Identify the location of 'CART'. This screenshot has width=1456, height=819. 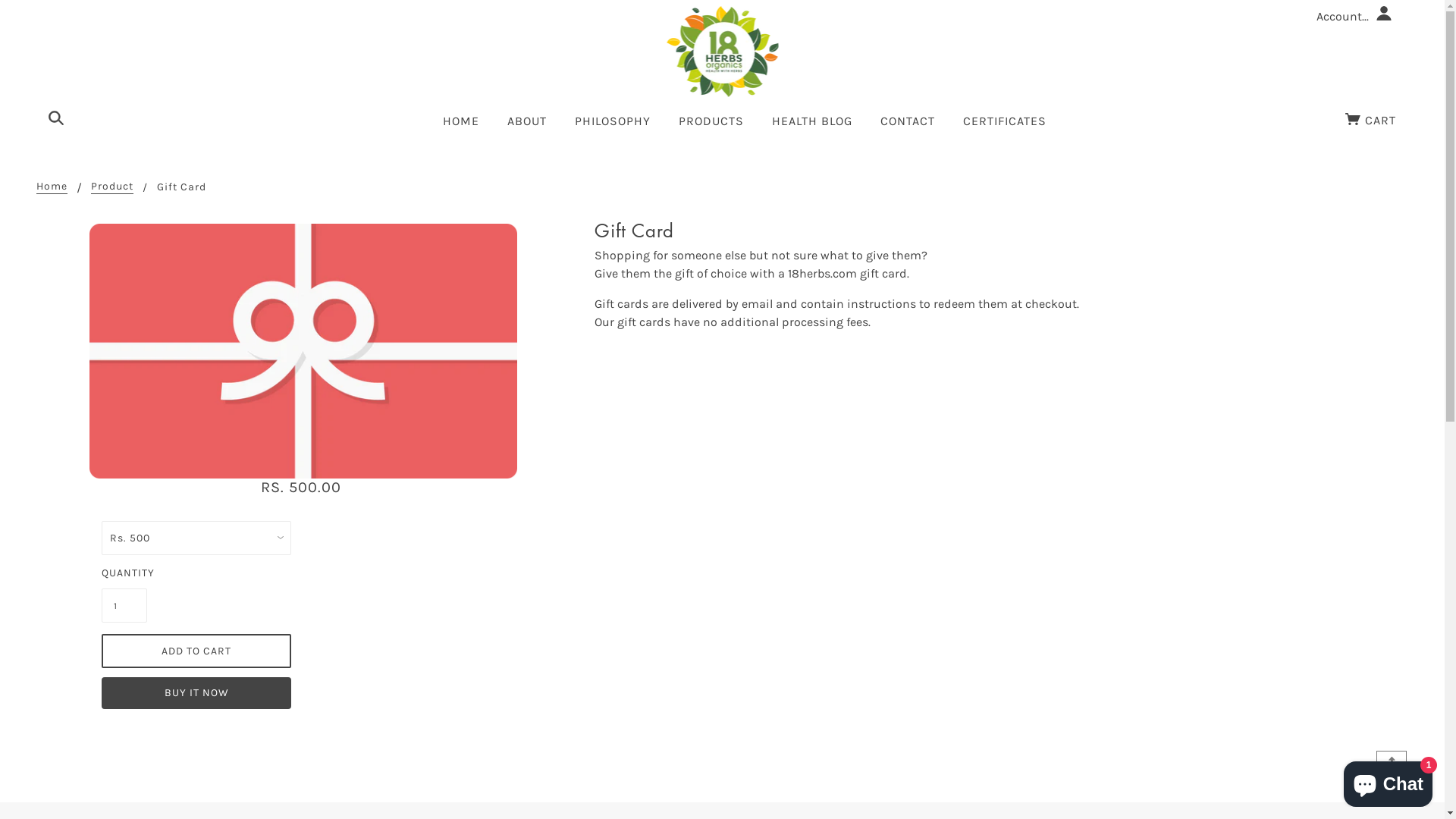
(1368, 119).